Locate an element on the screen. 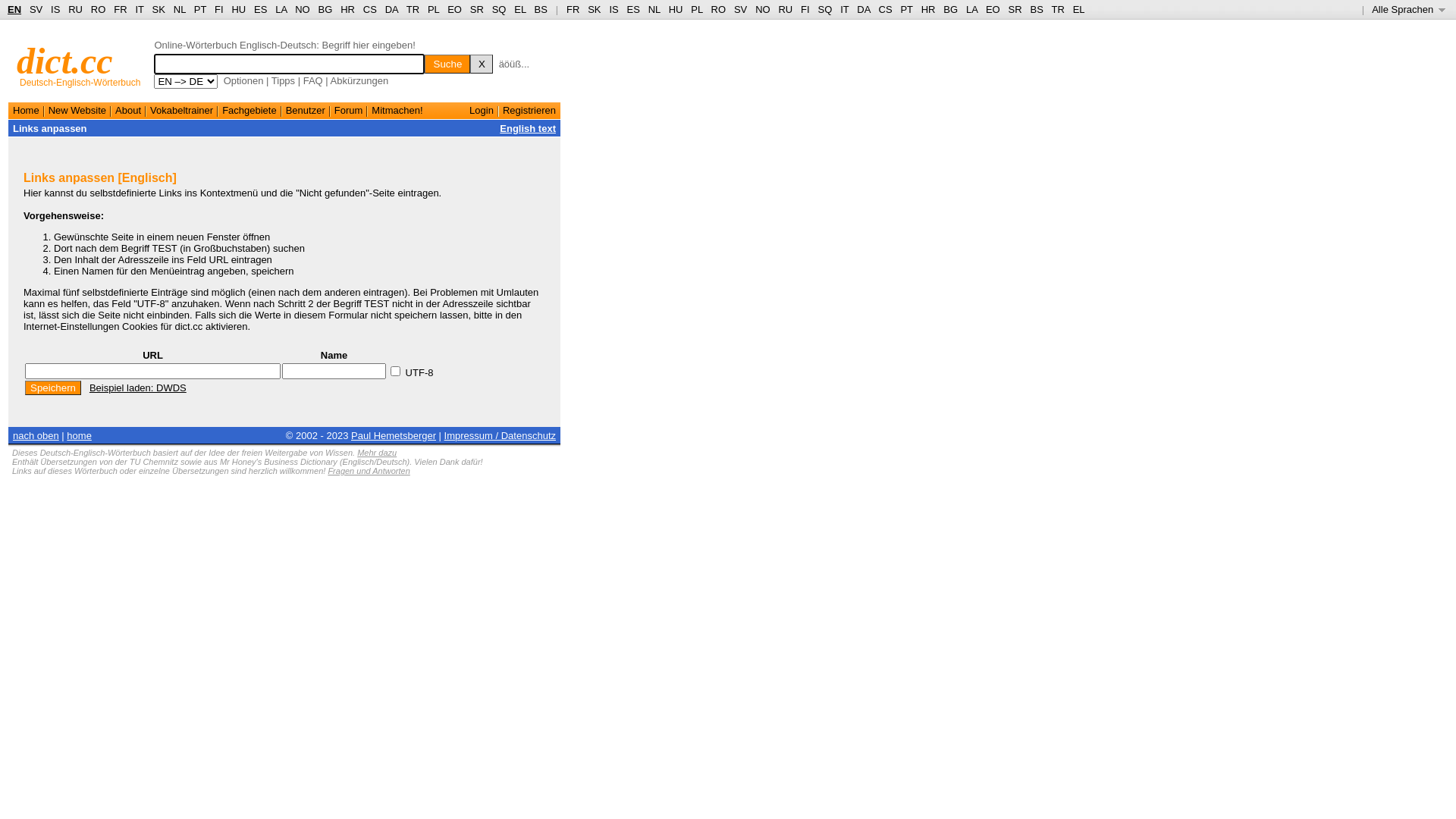 This screenshot has height=819, width=1456. 'Vokabeltrainer' is located at coordinates (181, 109).